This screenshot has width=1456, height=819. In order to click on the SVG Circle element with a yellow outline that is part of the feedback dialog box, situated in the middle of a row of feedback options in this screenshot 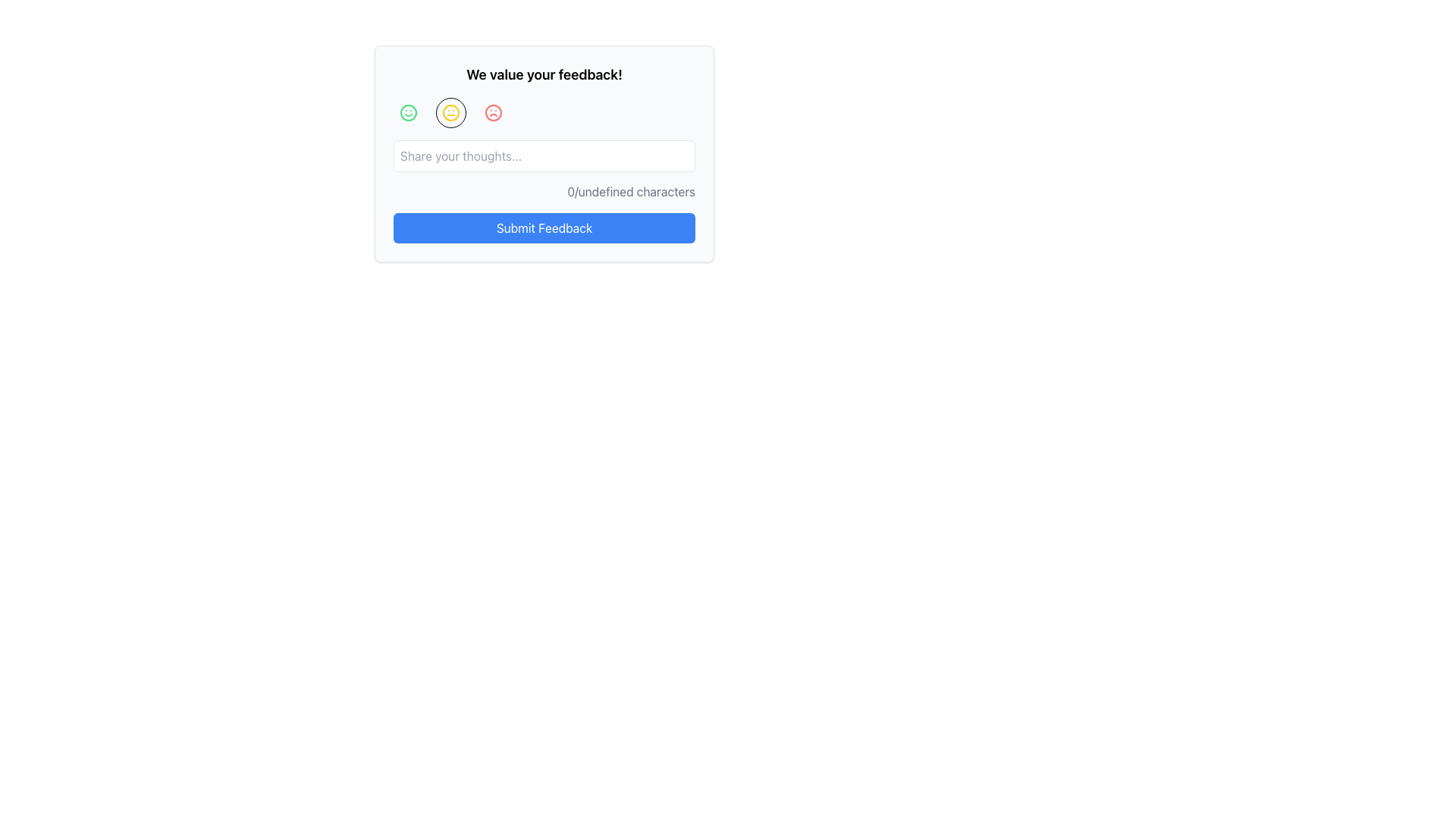, I will do `click(450, 112)`.